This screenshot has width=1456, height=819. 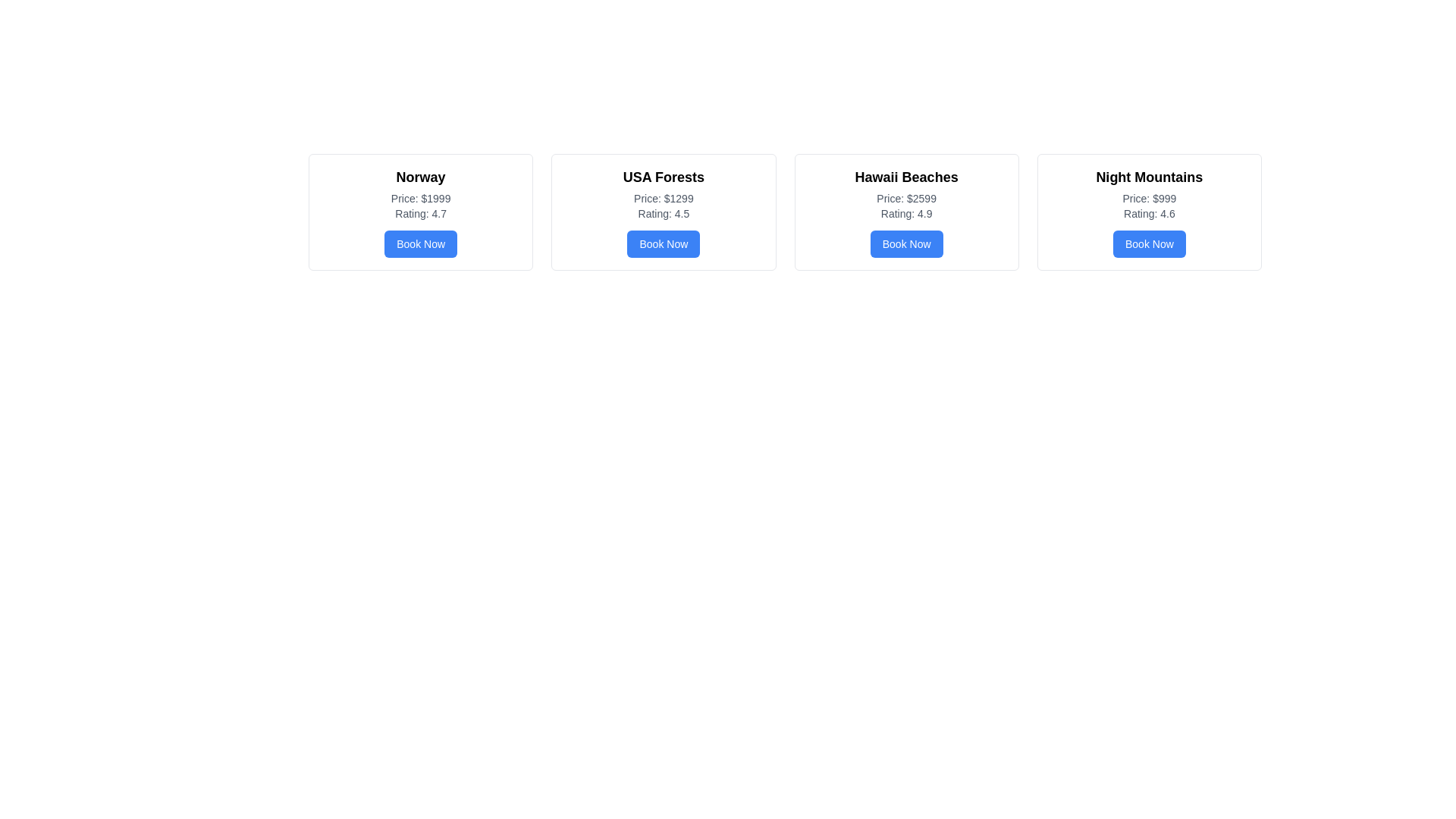 What do you see at coordinates (906, 198) in the screenshot?
I see `the static text display that informs users about the cost associated with the 'Hawaii Beaches' destination, positioned below the title 'Hawaii Beaches'` at bounding box center [906, 198].